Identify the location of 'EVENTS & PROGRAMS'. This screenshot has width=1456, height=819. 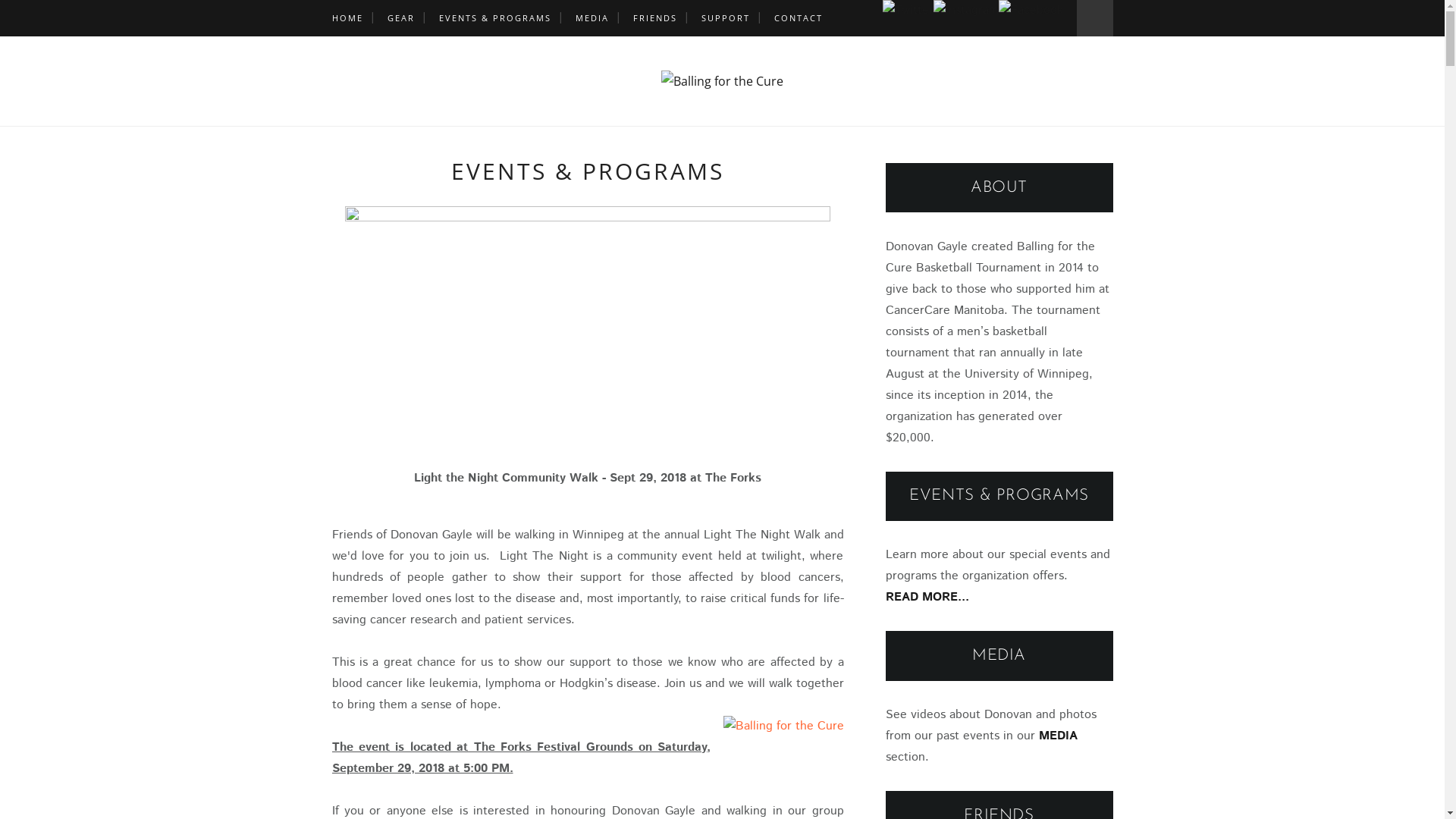
(494, 17).